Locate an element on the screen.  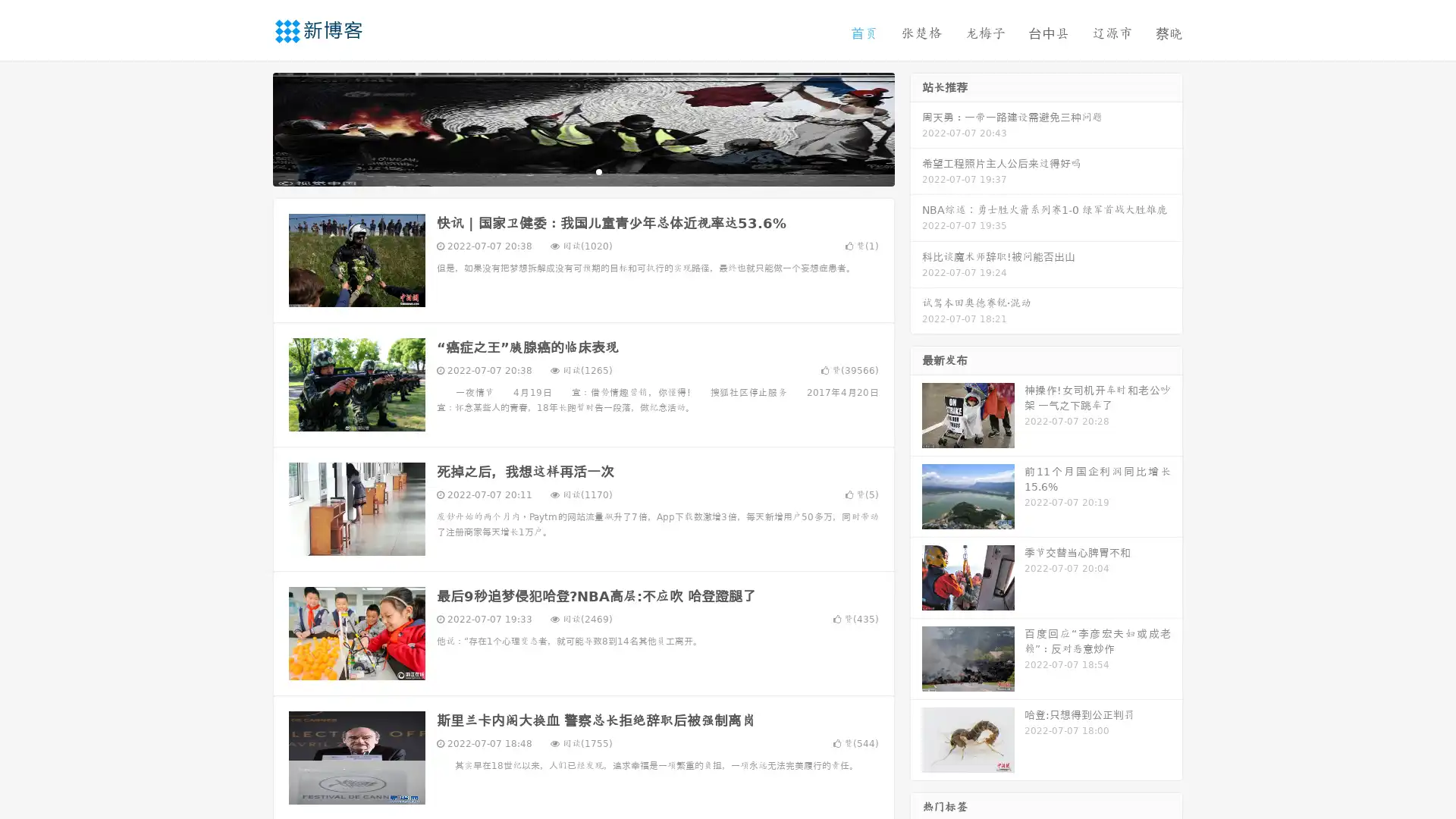
Go to slide 2 is located at coordinates (582, 171).